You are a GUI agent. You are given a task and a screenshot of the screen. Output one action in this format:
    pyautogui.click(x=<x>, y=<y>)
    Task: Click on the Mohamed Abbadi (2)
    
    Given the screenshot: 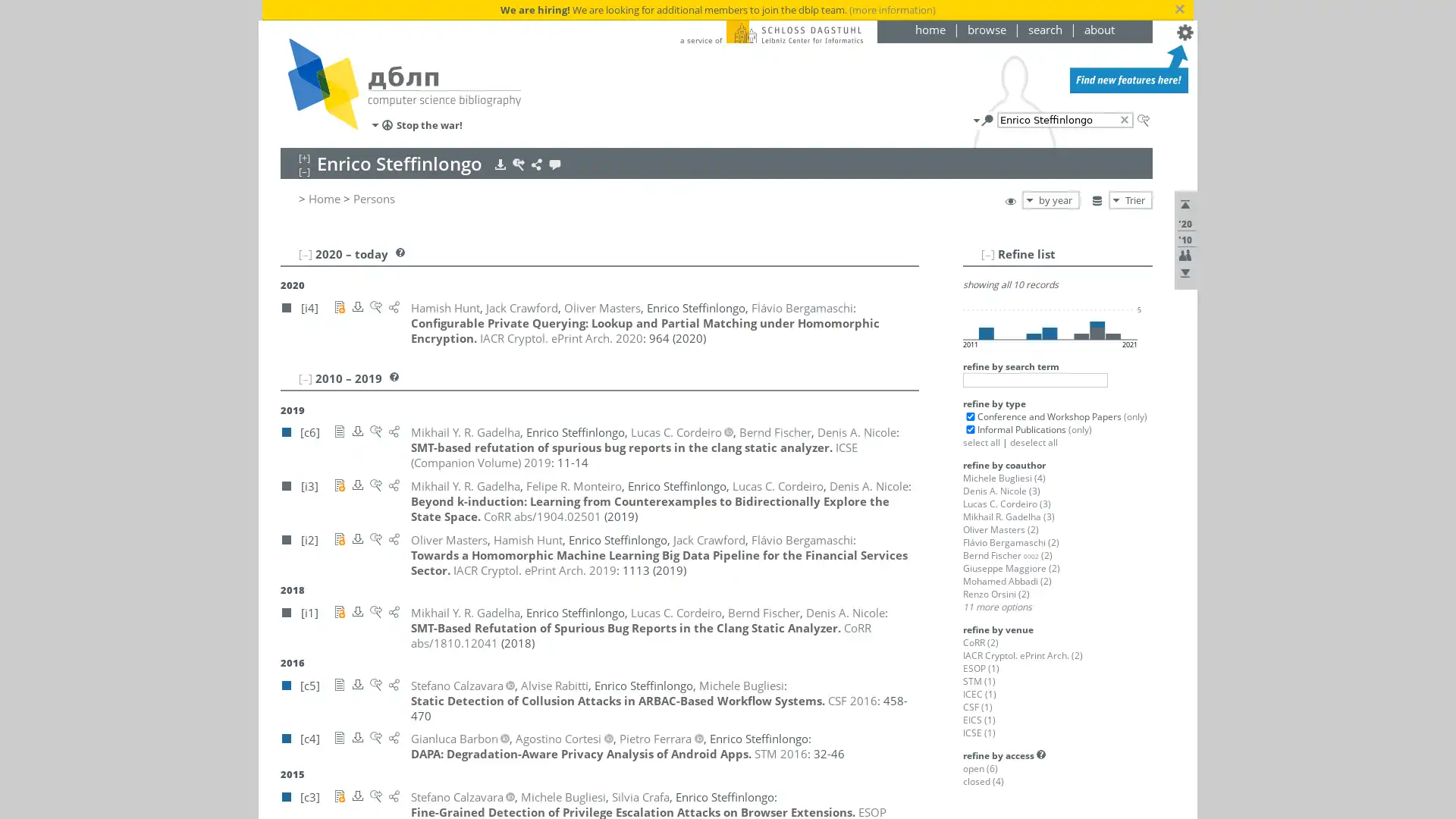 What is the action you would take?
    pyautogui.click(x=1007, y=580)
    